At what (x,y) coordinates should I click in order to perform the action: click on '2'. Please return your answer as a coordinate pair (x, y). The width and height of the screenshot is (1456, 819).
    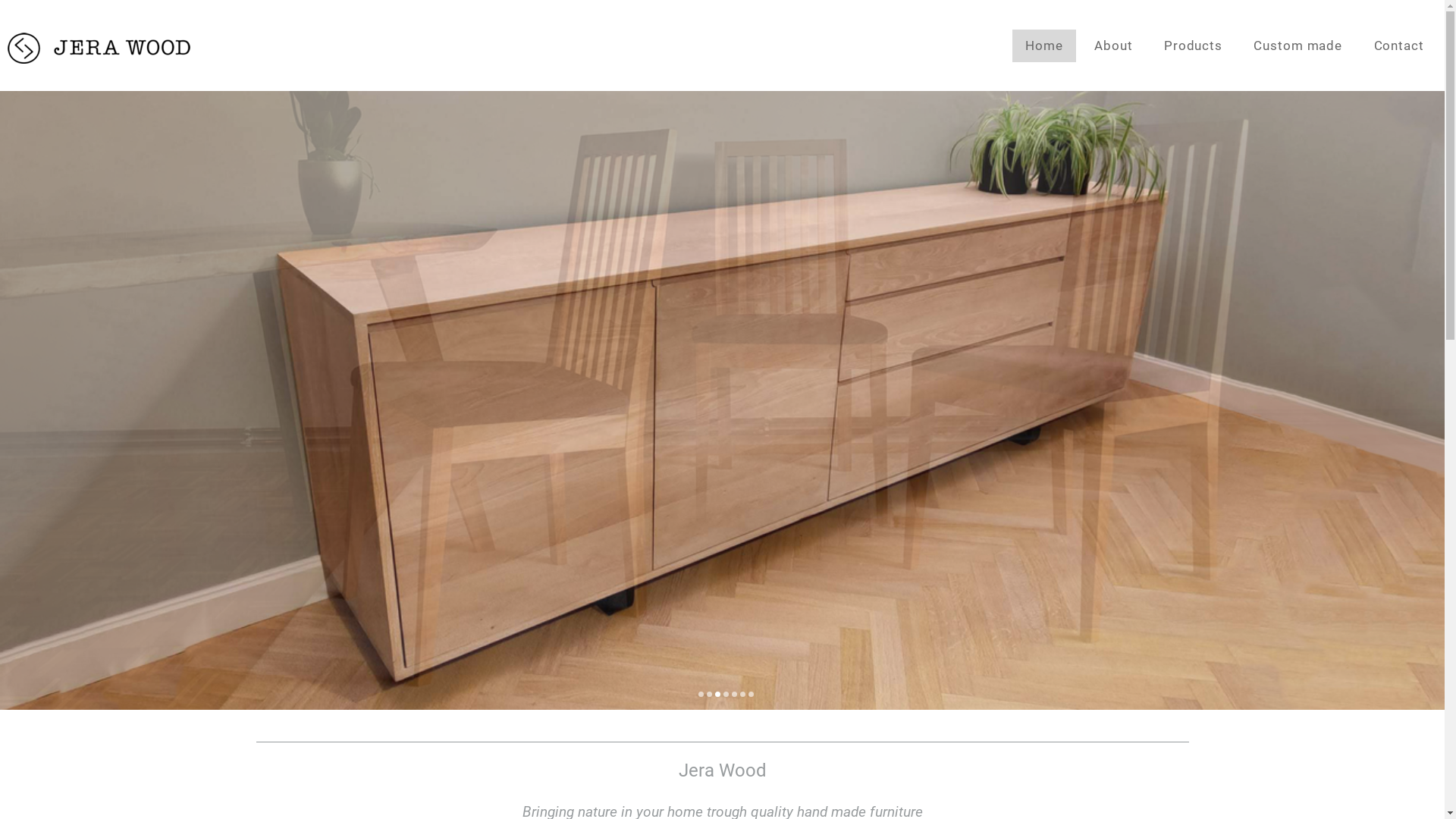
    Looking at the image, I should click on (708, 695).